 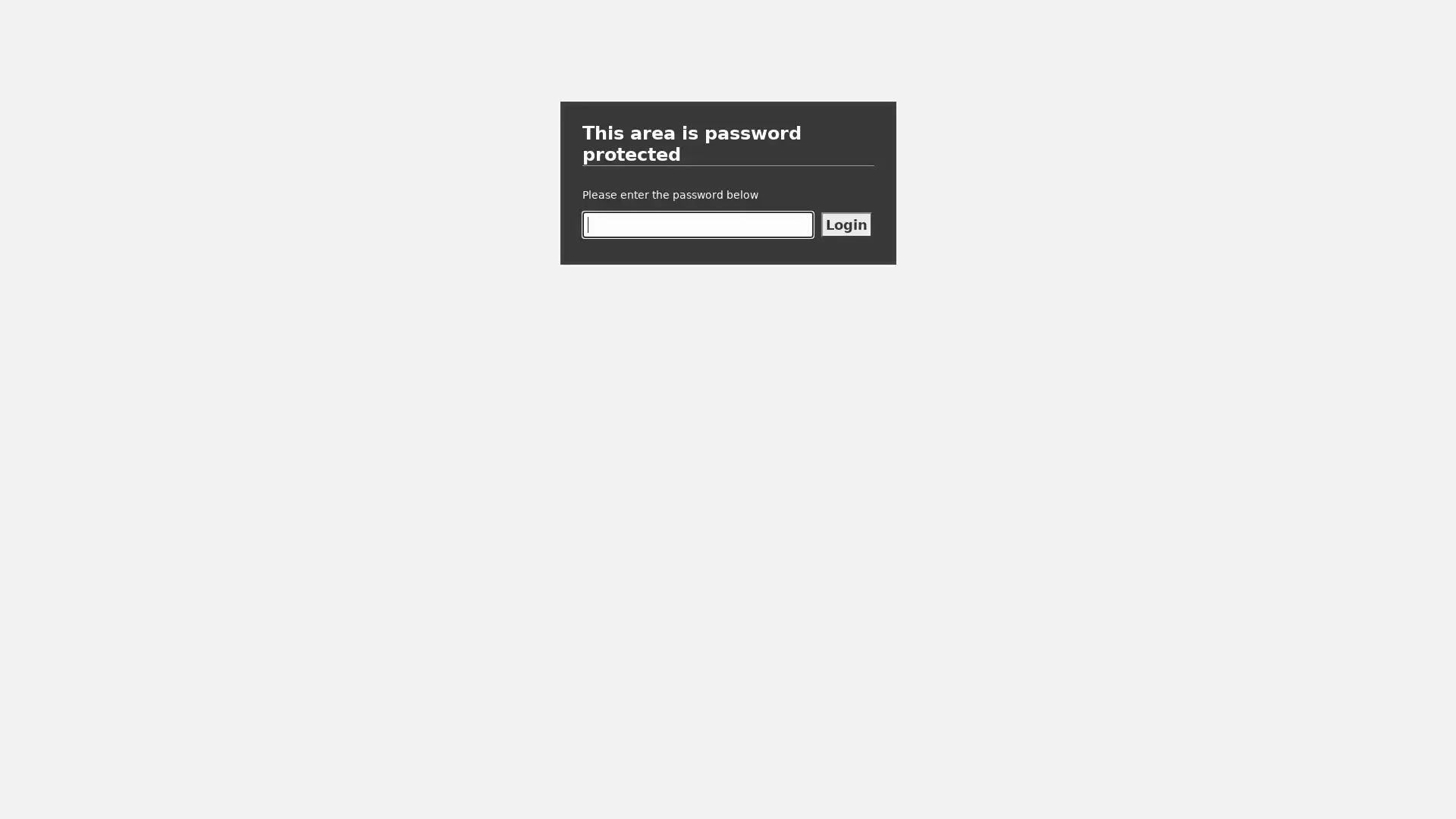 I want to click on Login, so click(x=845, y=224).